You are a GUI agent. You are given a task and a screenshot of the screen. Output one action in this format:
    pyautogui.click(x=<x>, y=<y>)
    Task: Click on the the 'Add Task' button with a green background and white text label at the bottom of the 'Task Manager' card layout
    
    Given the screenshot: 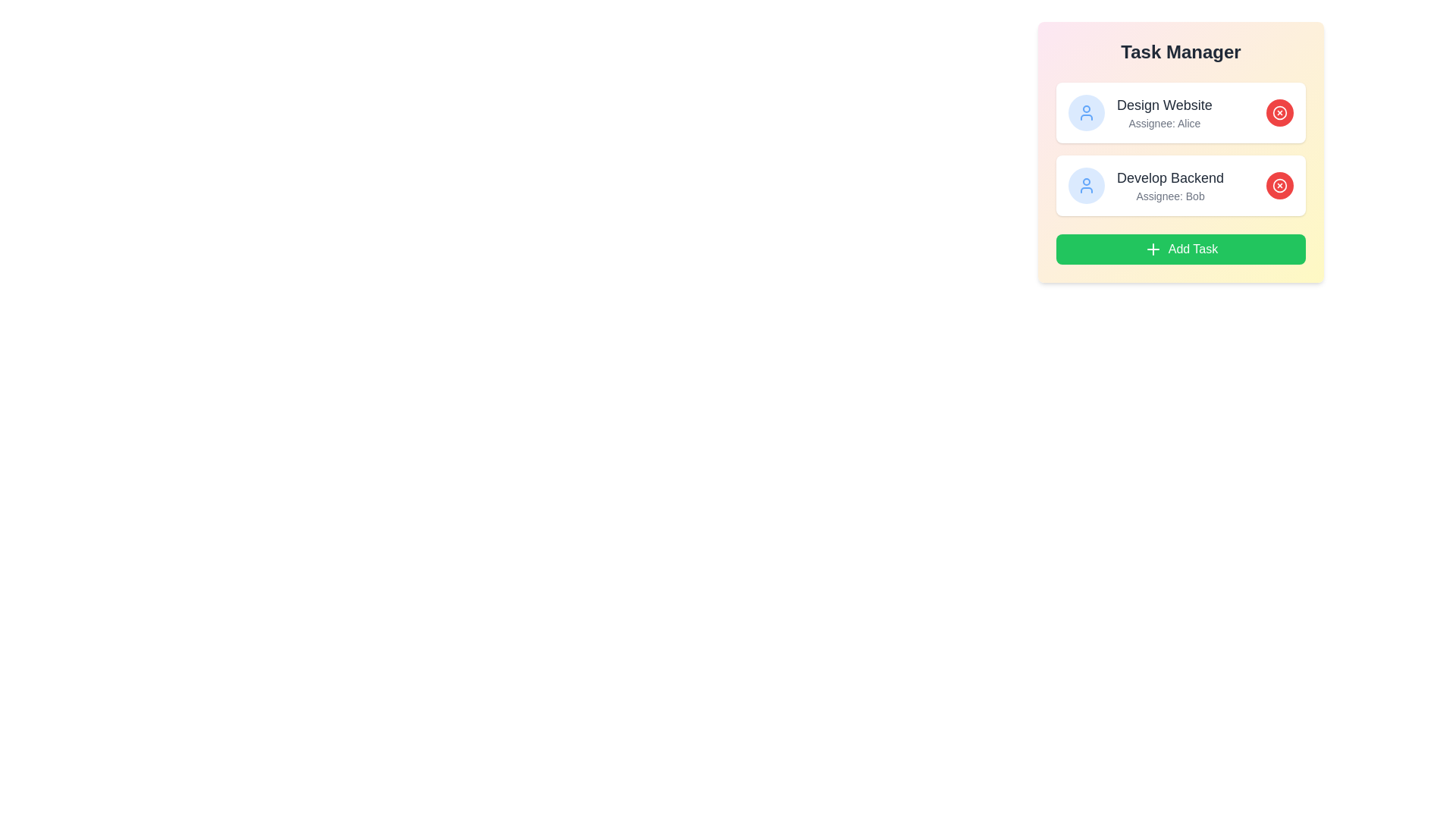 What is the action you would take?
    pyautogui.click(x=1180, y=248)
    